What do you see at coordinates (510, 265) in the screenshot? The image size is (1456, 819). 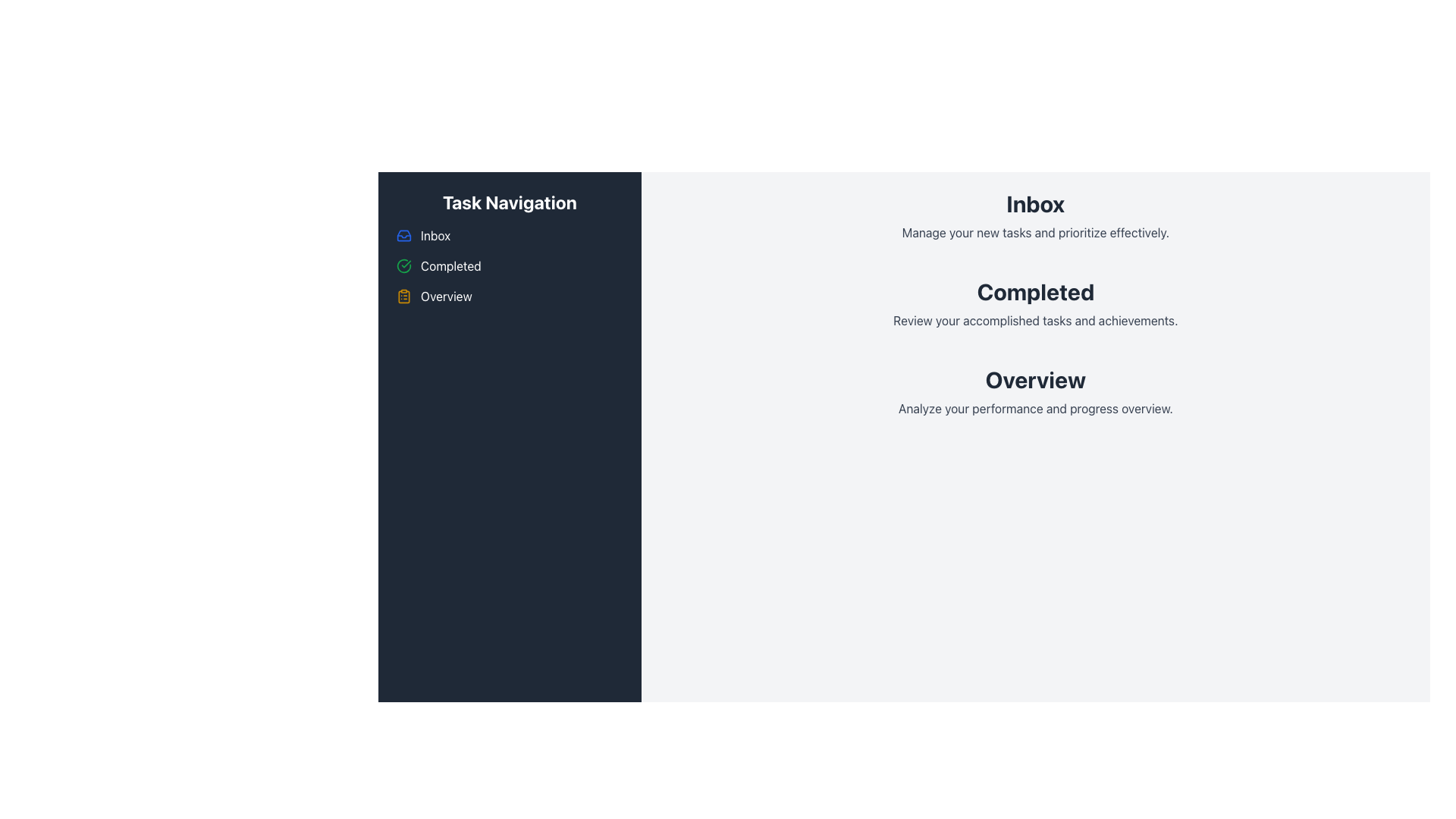 I see `the 'Completed' navigation link in the Task Navigation sidebar` at bounding box center [510, 265].